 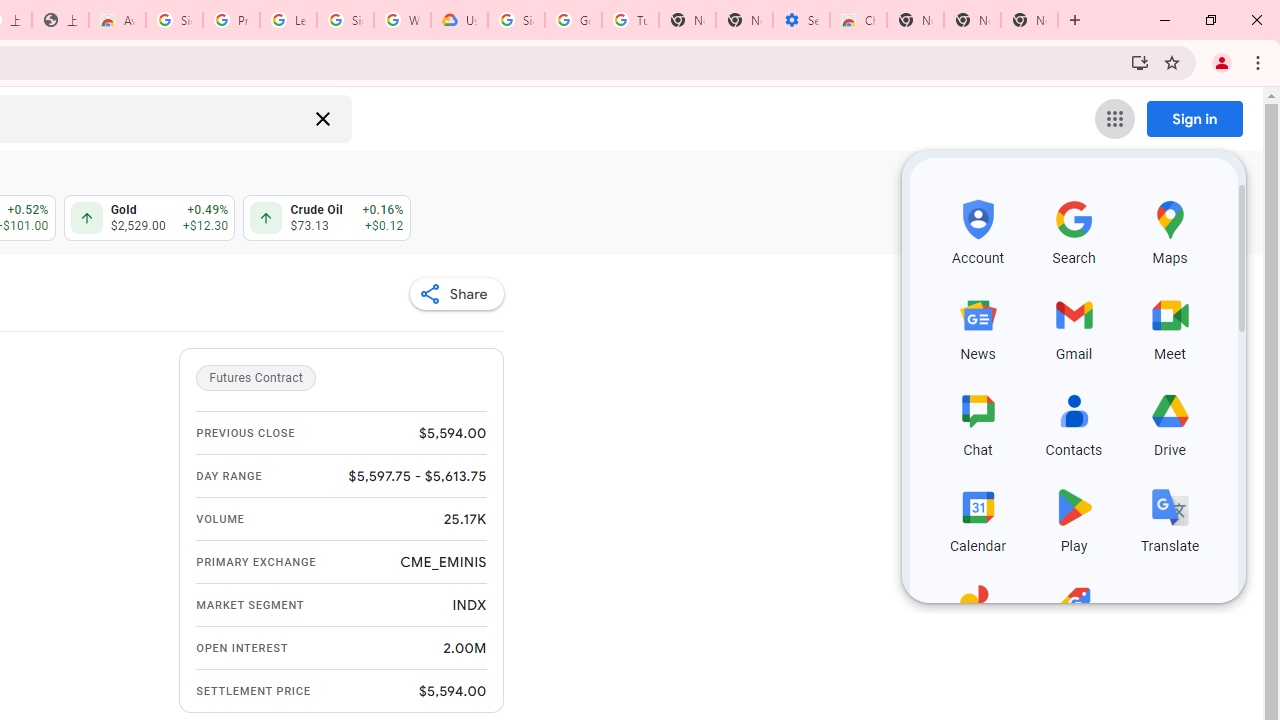 What do you see at coordinates (327, 218) in the screenshot?
I see `'Crude Oil $73.13 Up by 0.16% +$0.12'` at bounding box center [327, 218].